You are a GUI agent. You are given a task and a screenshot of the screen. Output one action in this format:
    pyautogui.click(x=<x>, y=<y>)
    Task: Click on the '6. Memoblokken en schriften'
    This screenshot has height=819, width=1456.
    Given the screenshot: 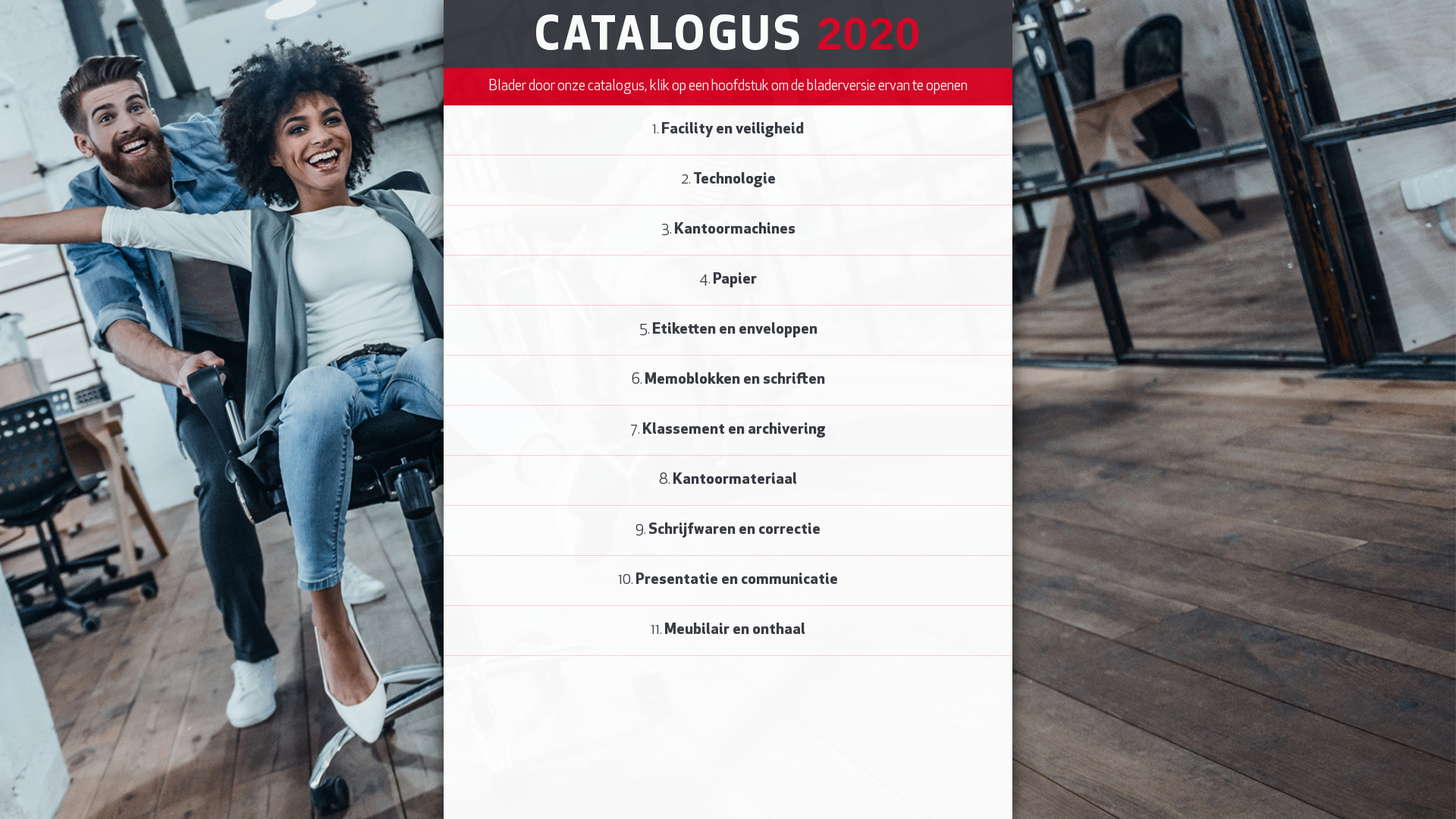 What is the action you would take?
    pyautogui.click(x=728, y=379)
    